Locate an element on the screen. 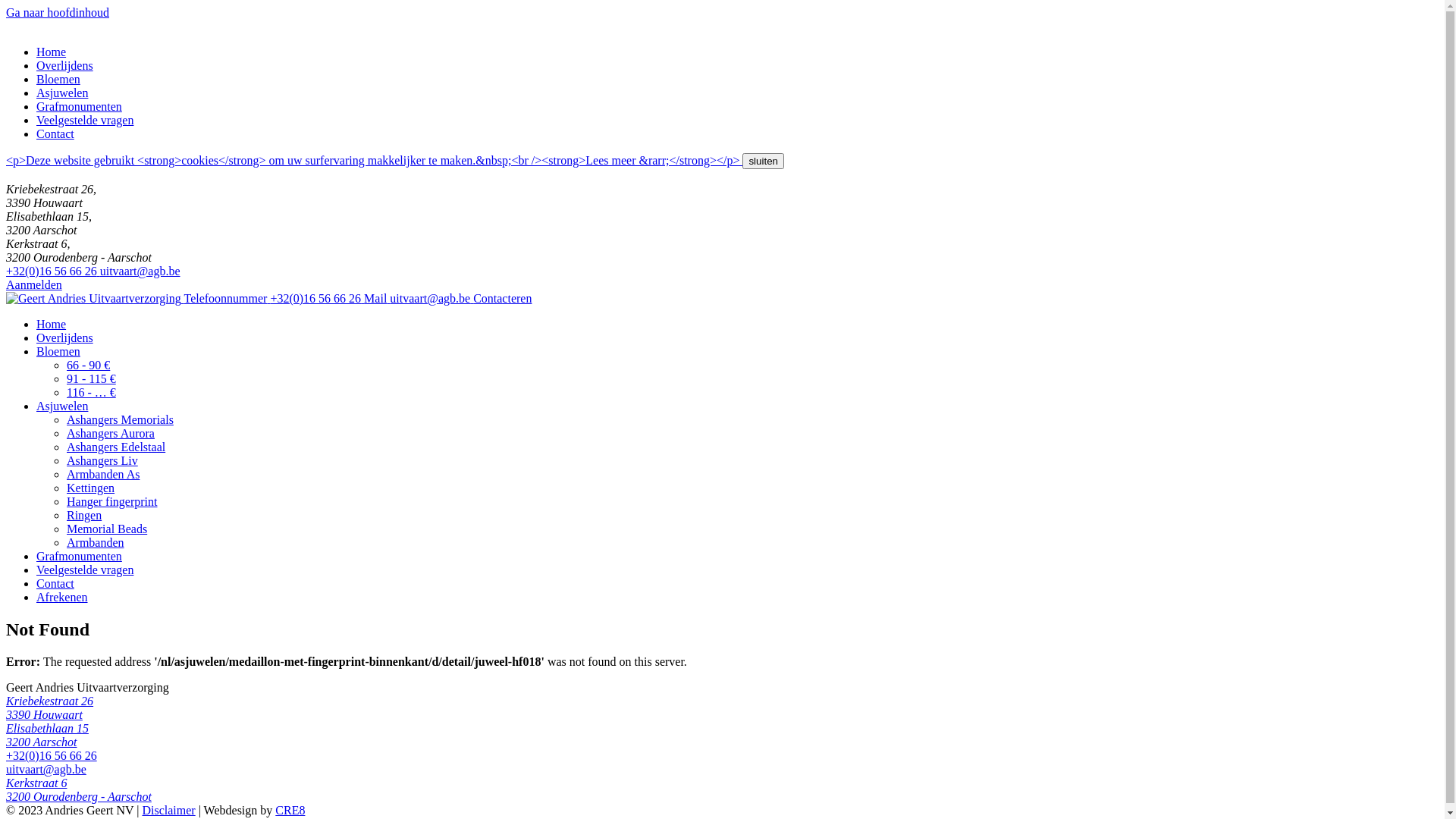  'Ashangers Edelstaal' is located at coordinates (115, 446).